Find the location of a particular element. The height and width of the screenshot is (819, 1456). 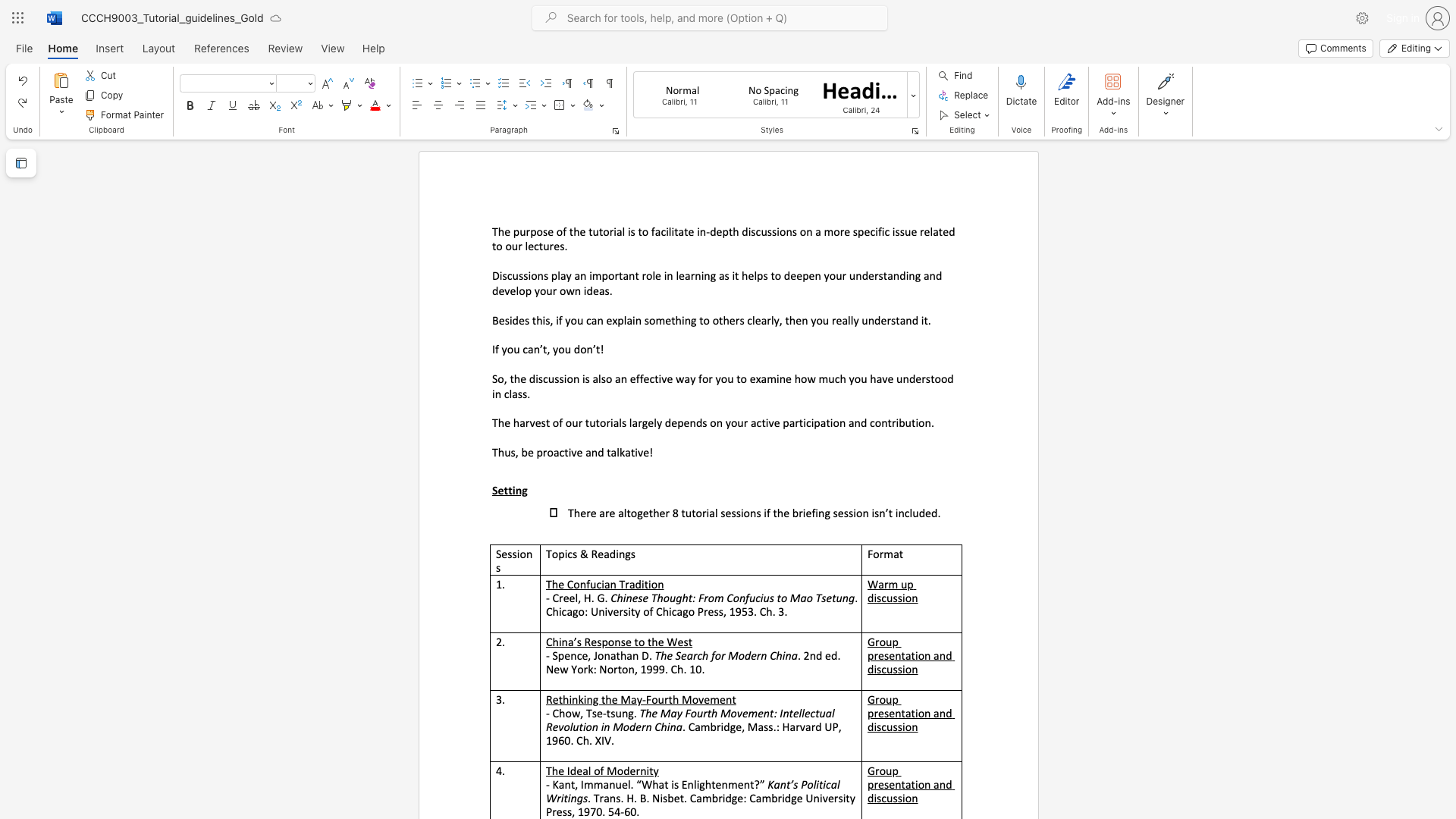

the subset text "ns. H. B. Ni" within the text ". Trans. H. B. Nisbet. Cambridge: Cambridge University Press, 1970. 54-60." is located at coordinates (609, 797).